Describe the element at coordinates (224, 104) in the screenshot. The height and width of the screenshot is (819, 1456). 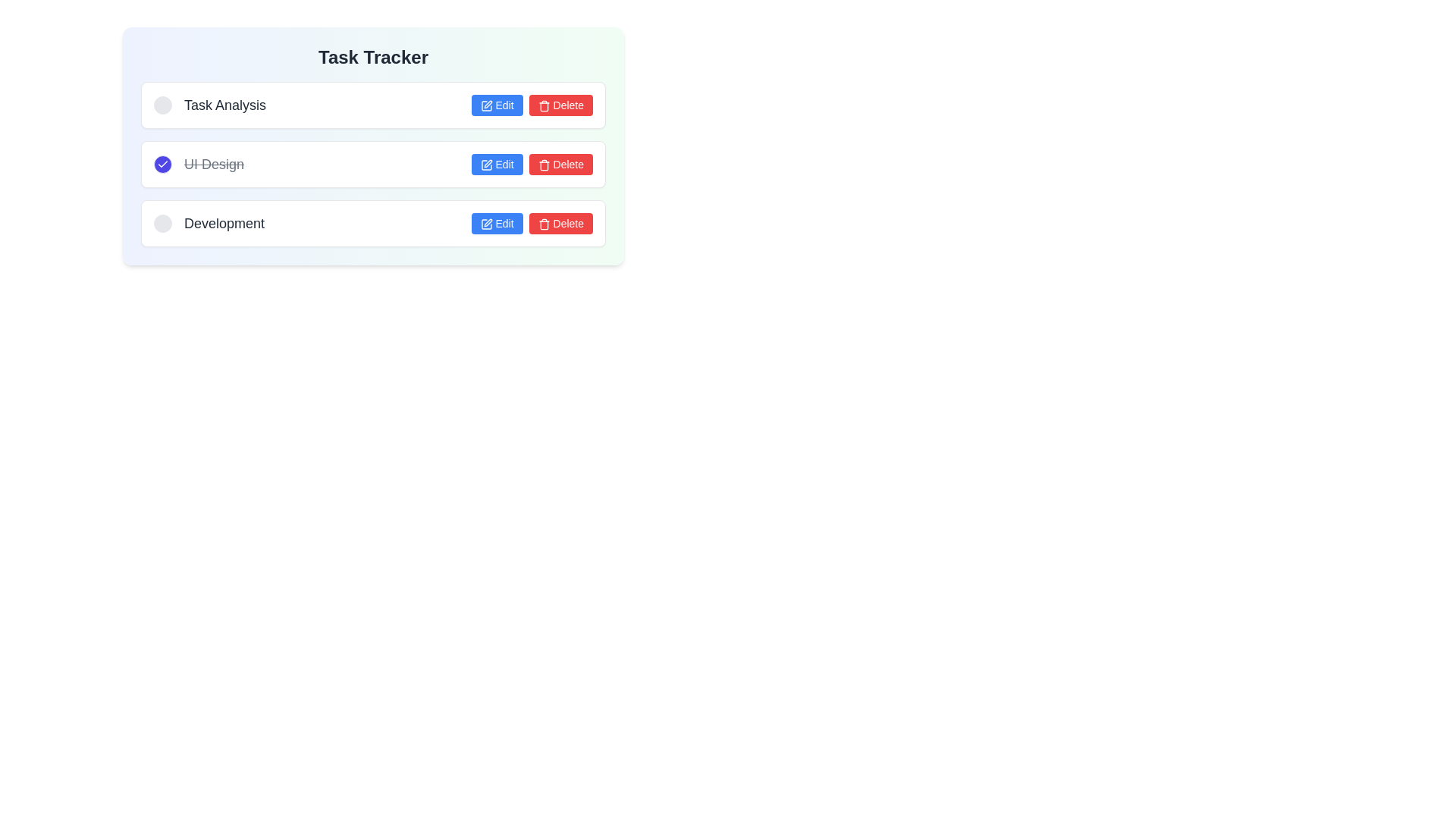
I see `the text label displaying 'Task Analysis', which is a medium-sized, bold, gray-colored title in the task list interface` at that location.